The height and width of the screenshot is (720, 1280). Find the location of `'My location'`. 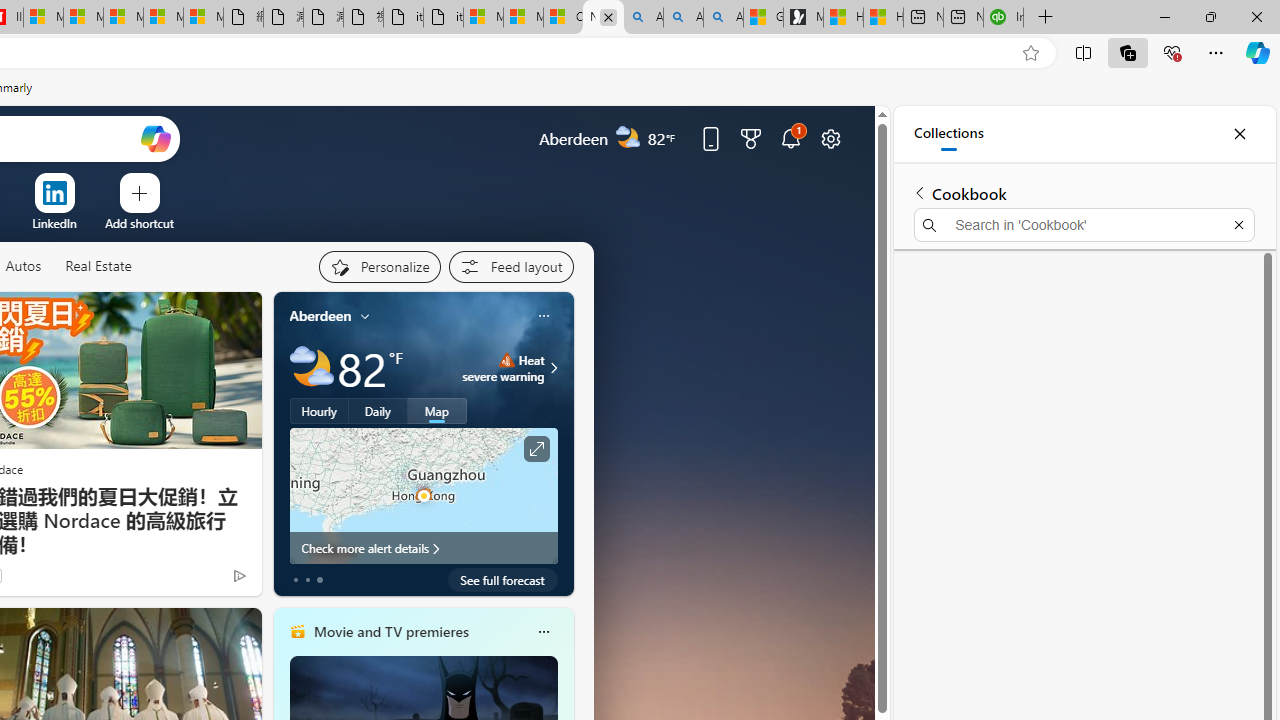

'My location' is located at coordinates (365, 315).